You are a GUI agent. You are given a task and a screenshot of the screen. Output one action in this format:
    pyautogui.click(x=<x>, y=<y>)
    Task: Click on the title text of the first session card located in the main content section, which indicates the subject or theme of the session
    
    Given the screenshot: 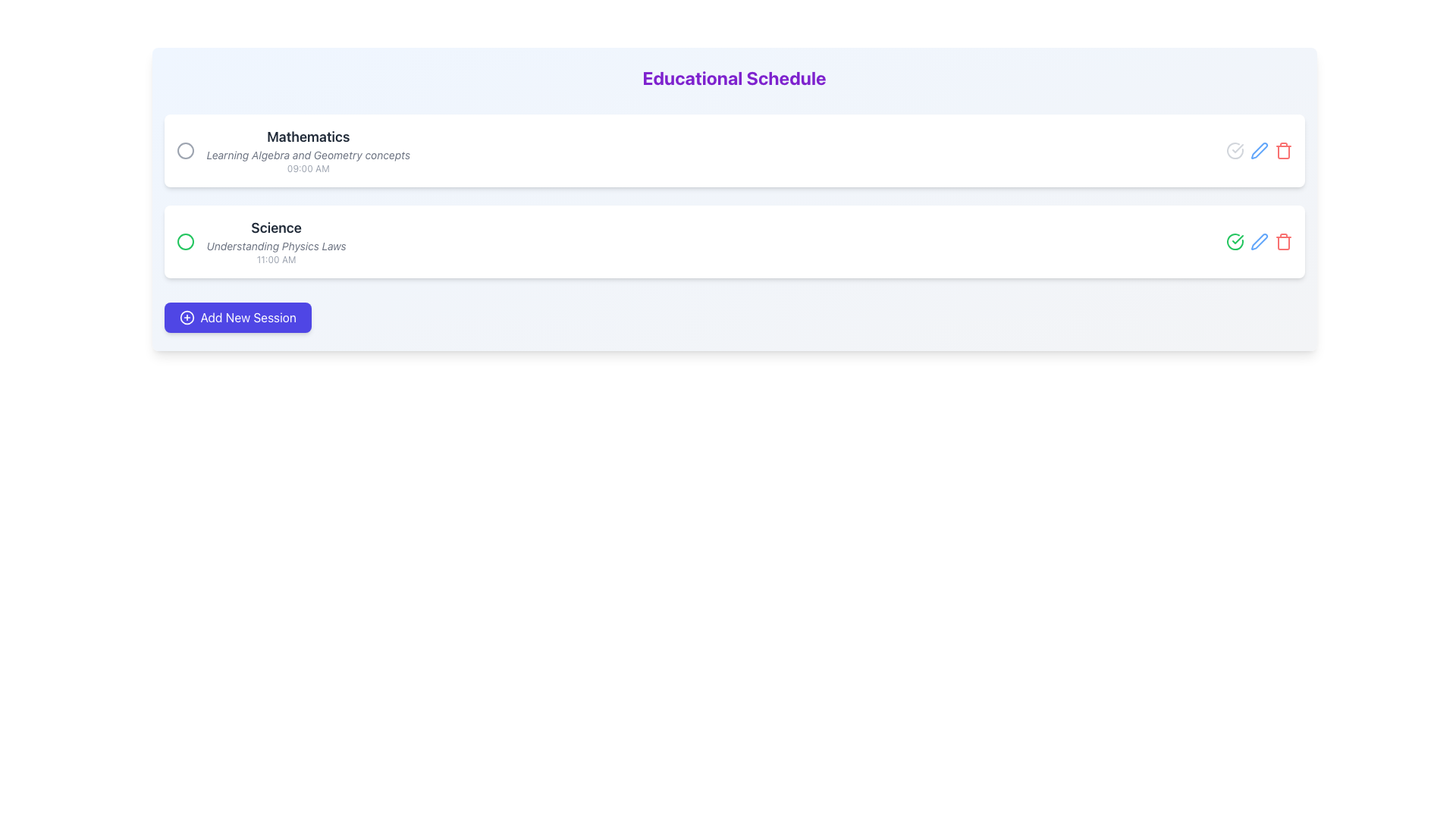 What is the action you would take?
    pyautogui.click(x=307, y=137)
    